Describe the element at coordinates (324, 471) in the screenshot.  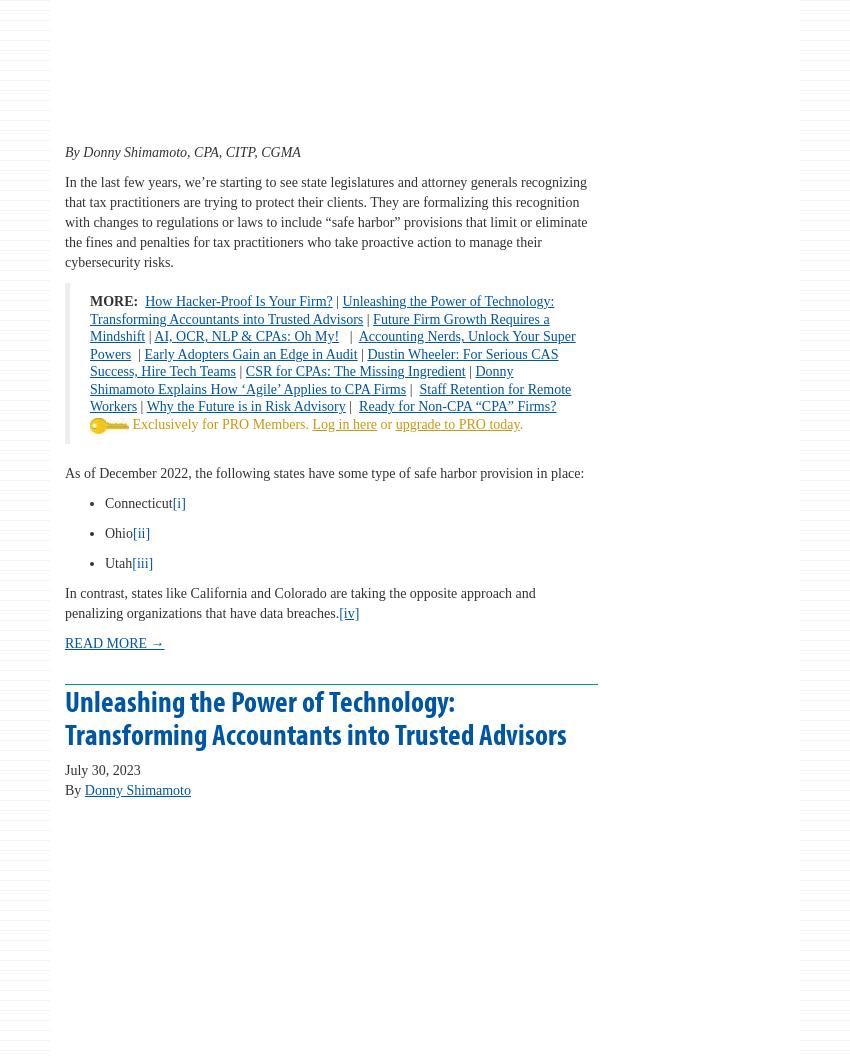
I see `'As of December 2022, the following states have some type of safe harbor provision in place:'` at that location.